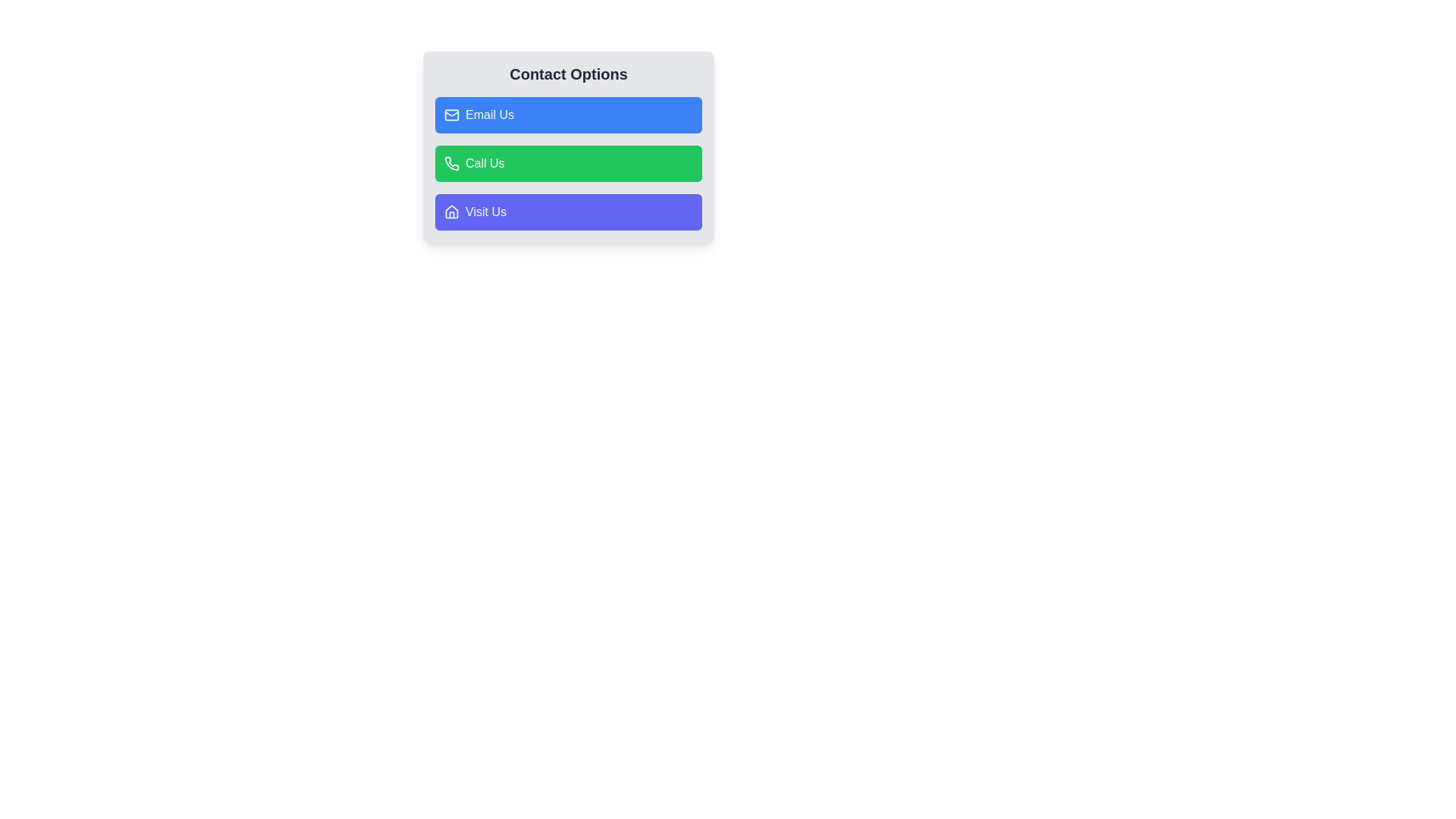  Describe the element at coordinates (490, 114) in the screenshot. I see `the non-interactive text label that identifies the first button in the 'Contact Options' section, which is centrally aligned within a blue button` at that location.